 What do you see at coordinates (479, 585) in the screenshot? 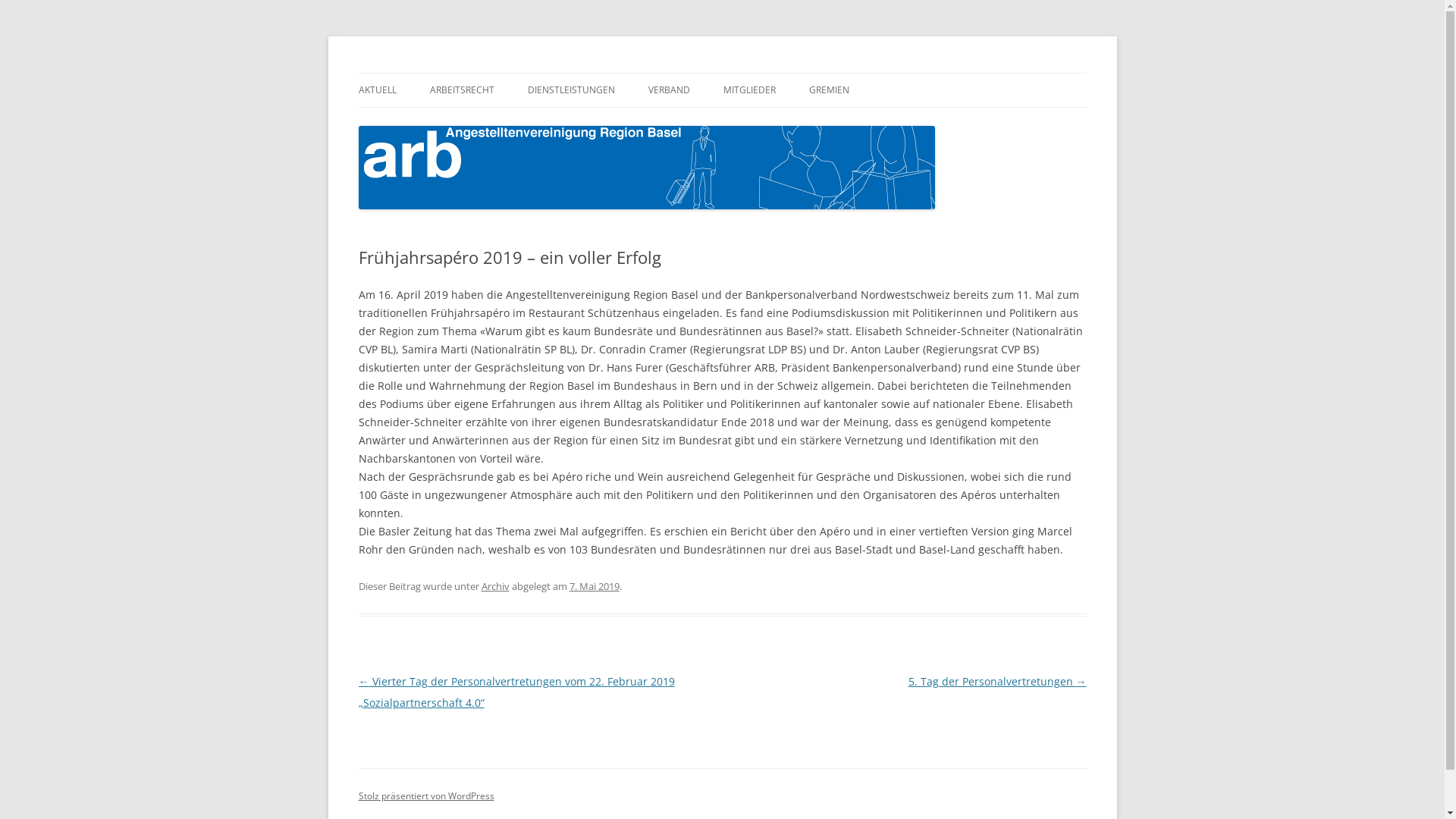
I see `'Archiv'` at bounding box center [479, 585].